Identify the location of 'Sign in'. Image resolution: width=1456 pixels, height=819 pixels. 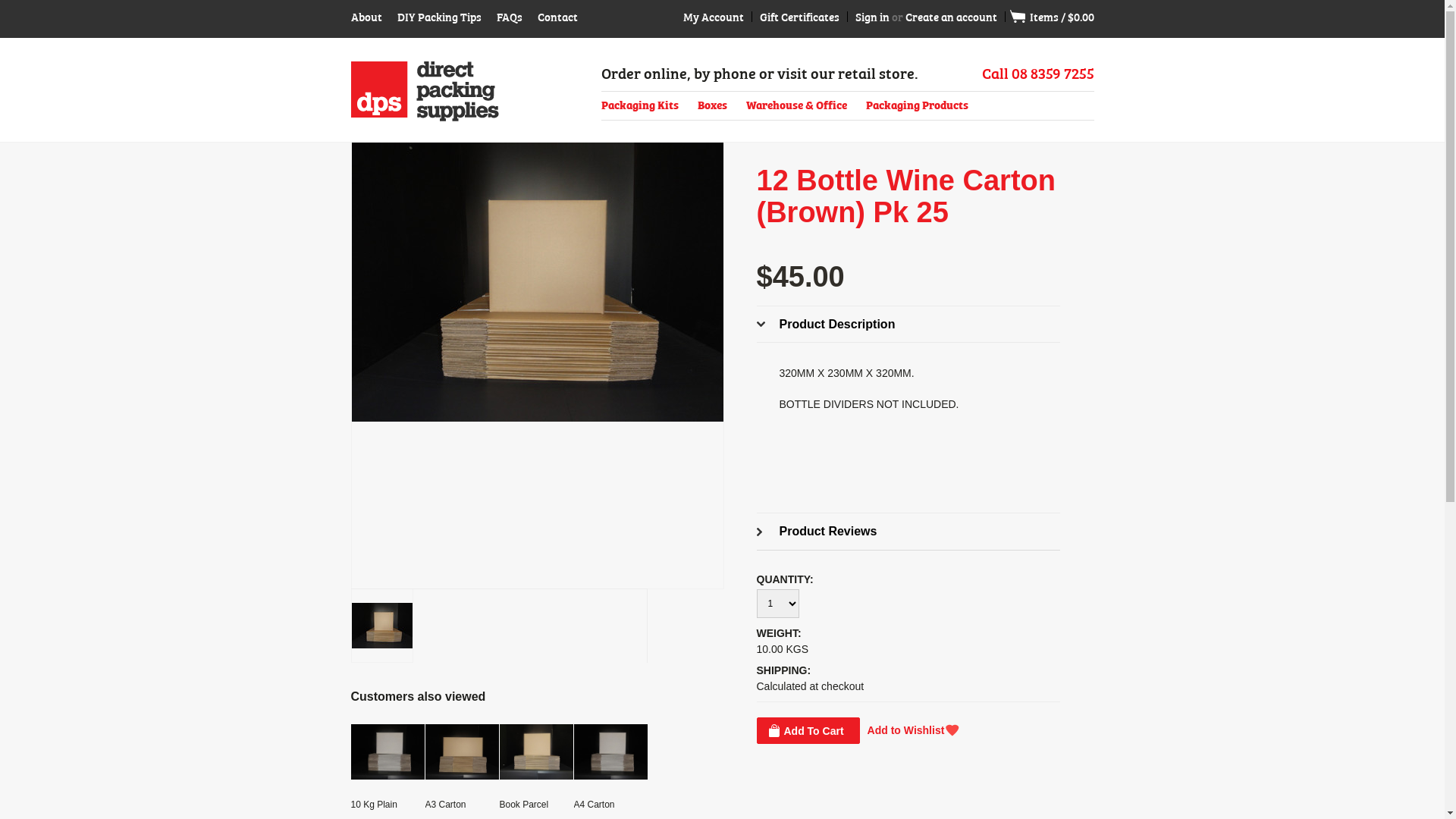
(872, 17).